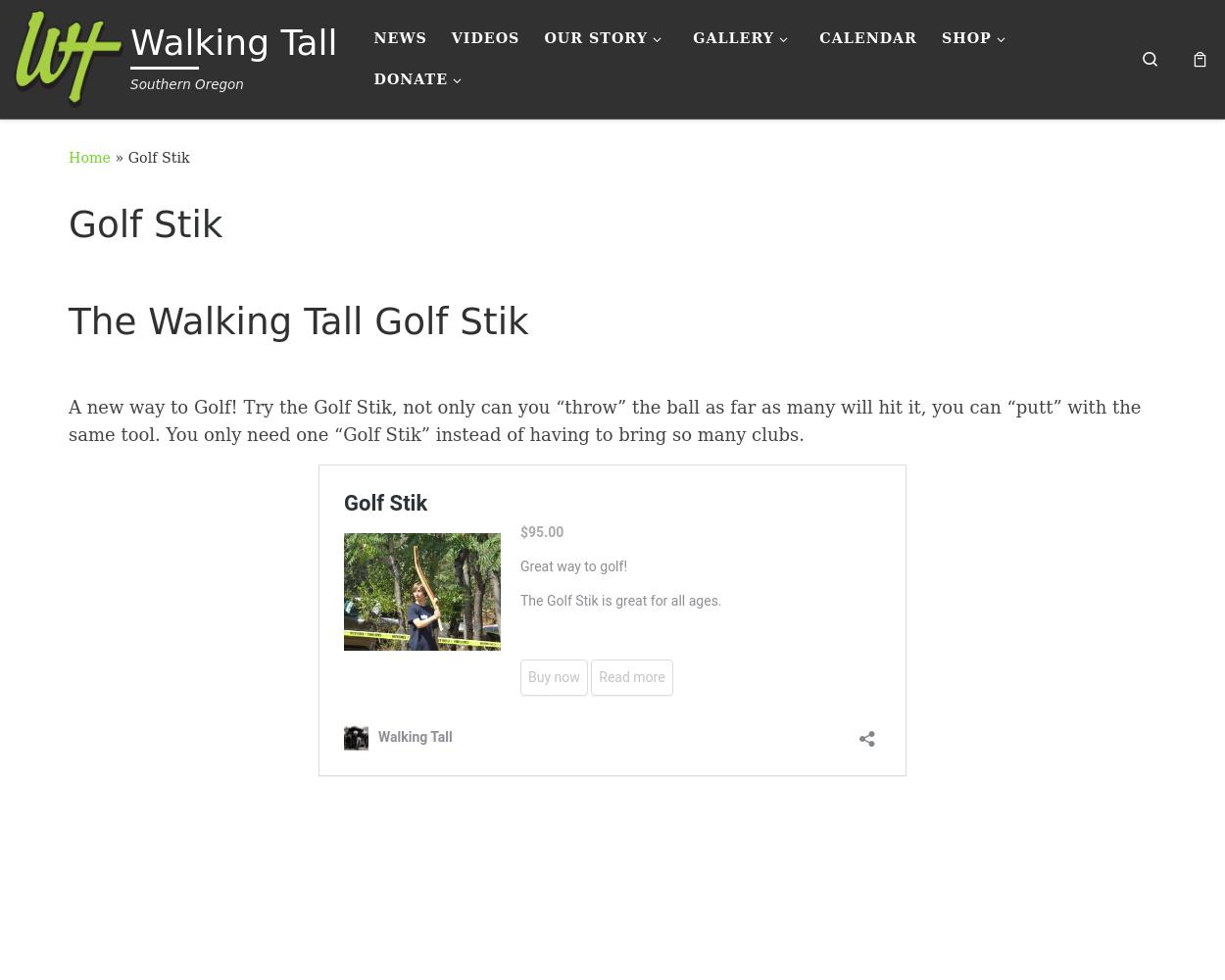 This screenshot has width=1225, height=980. I want to click on 'Needs', so click(424, 100).